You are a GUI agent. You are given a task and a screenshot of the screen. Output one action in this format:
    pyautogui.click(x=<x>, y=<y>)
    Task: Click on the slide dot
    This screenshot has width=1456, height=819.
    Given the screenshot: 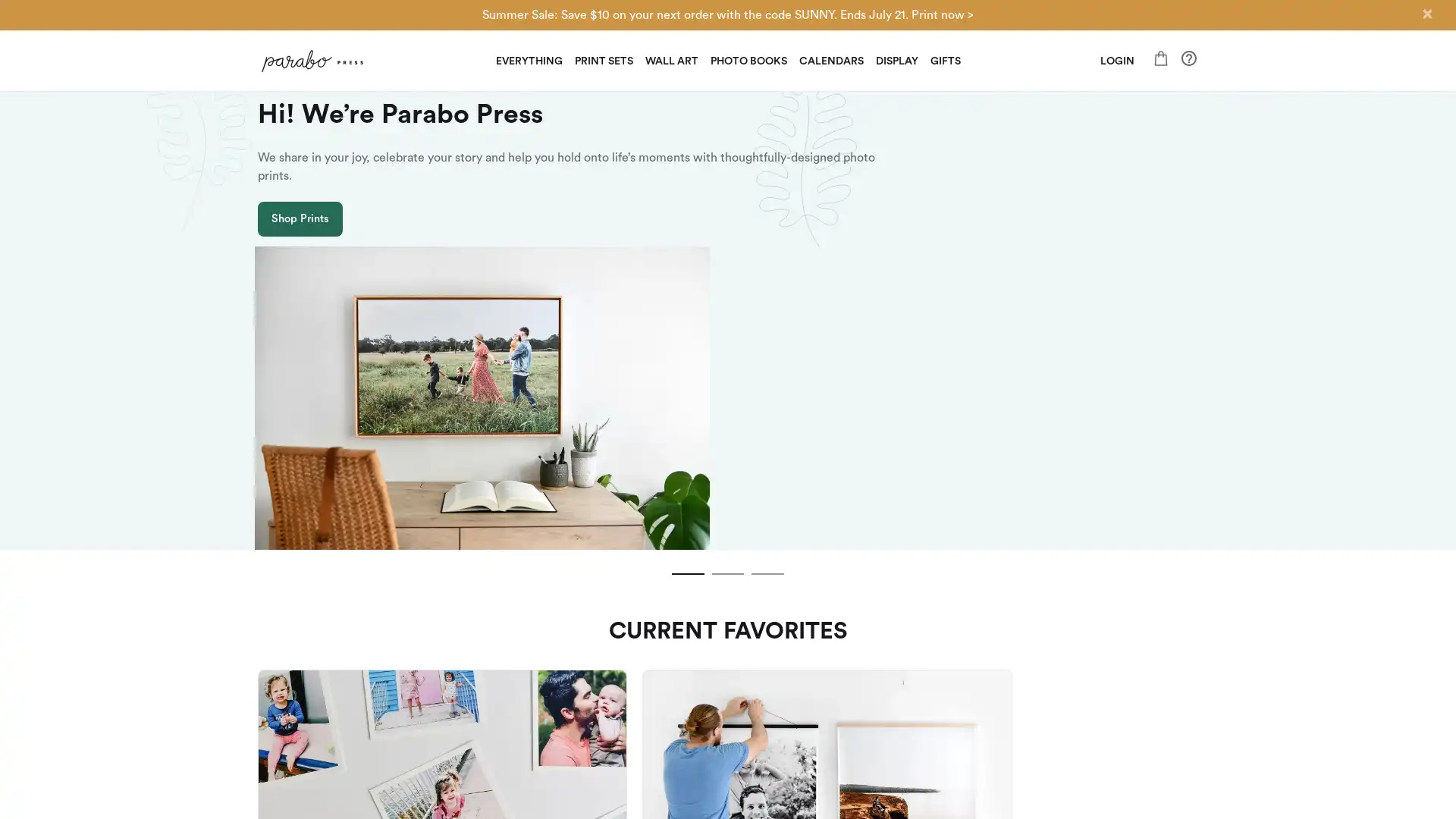 What is the action you would take?
    pyautogui.click(x=728, y=419)
    